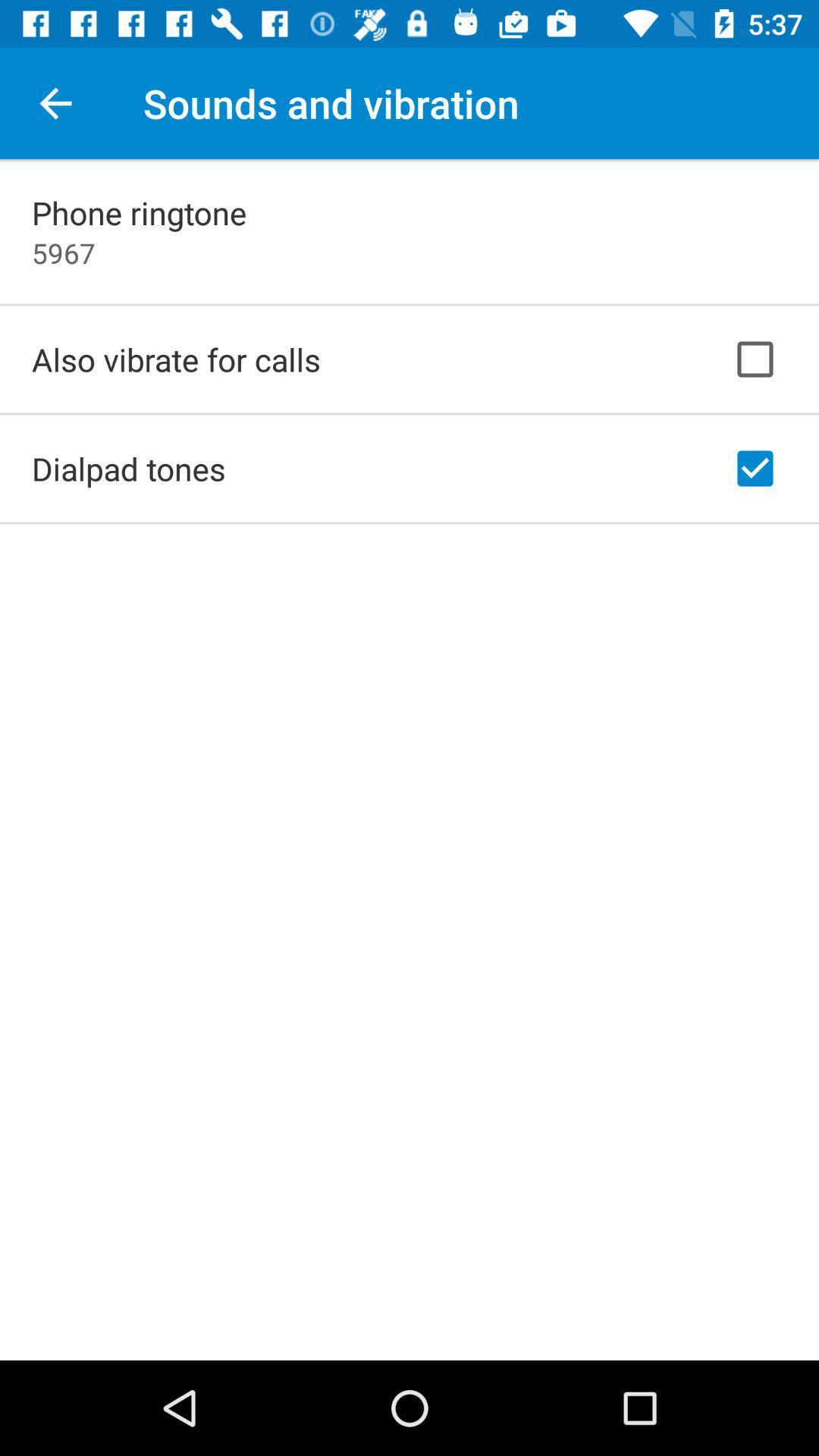 The image size is (819, 1456). What do you see at coordinates (55, 102) in the screenshot?
I see `app to the left of sounds and vibration` at bounding box center [55, 102].